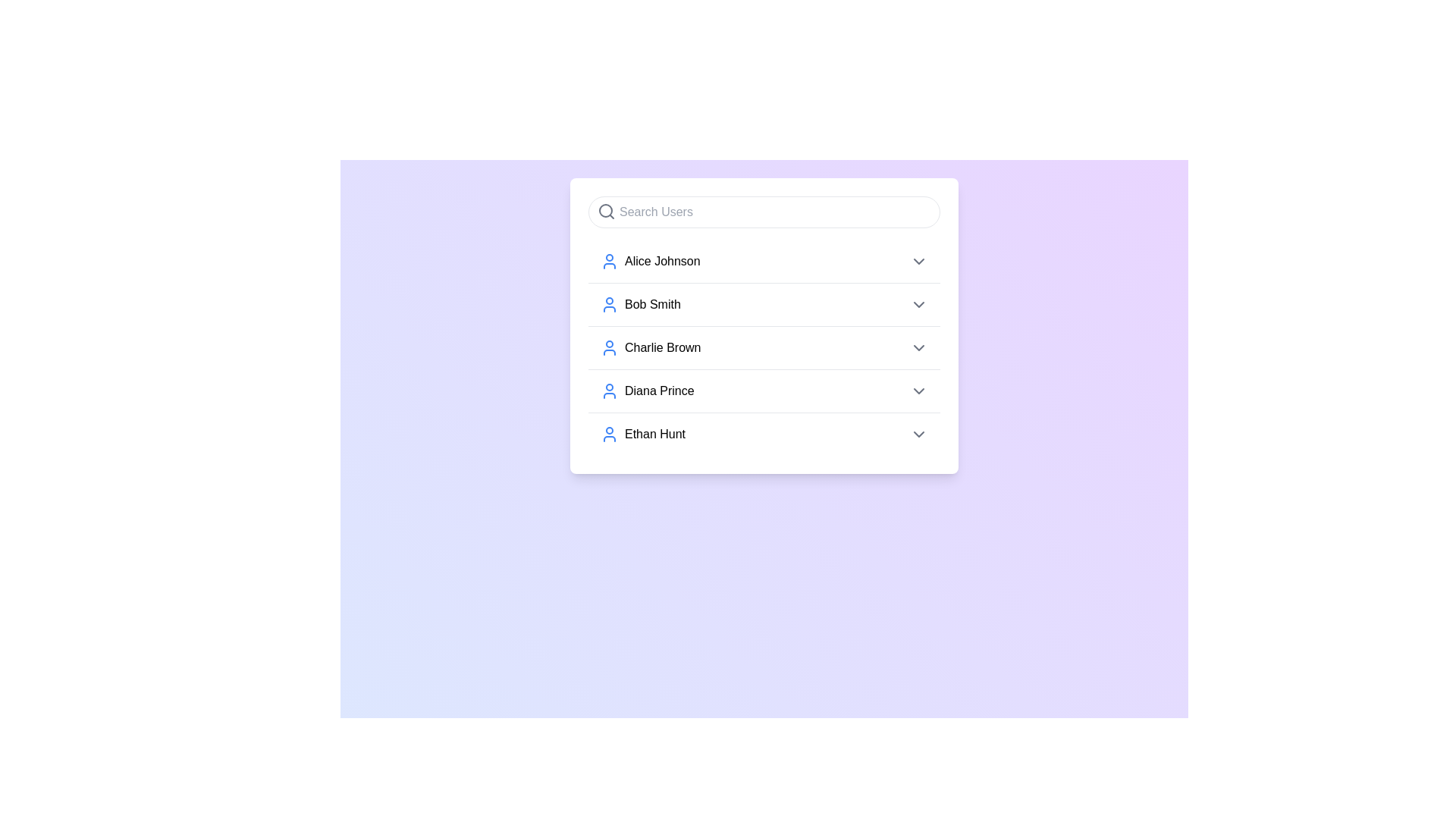  What do you see at coordinates (650, 260) in the screenshot?
I see `on the text label 'Alice Johnson' which is the first user item in the dropdown menu, located below the 'Search Users' input field, alongside a blue user icon` at bounding box center [650, 260].